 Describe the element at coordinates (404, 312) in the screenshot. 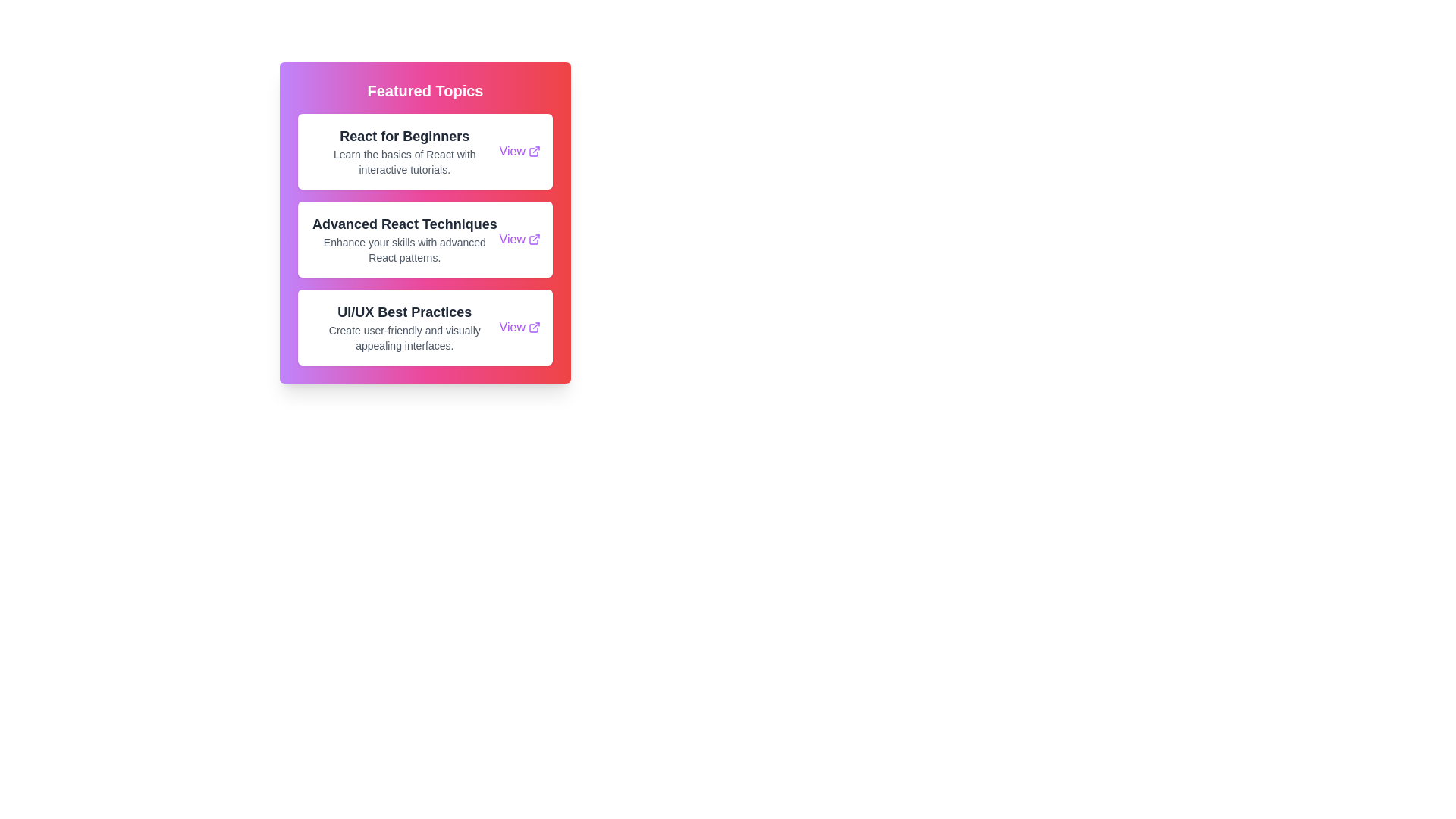

I see `the title text label located in the third card of the vertical list` at that location.